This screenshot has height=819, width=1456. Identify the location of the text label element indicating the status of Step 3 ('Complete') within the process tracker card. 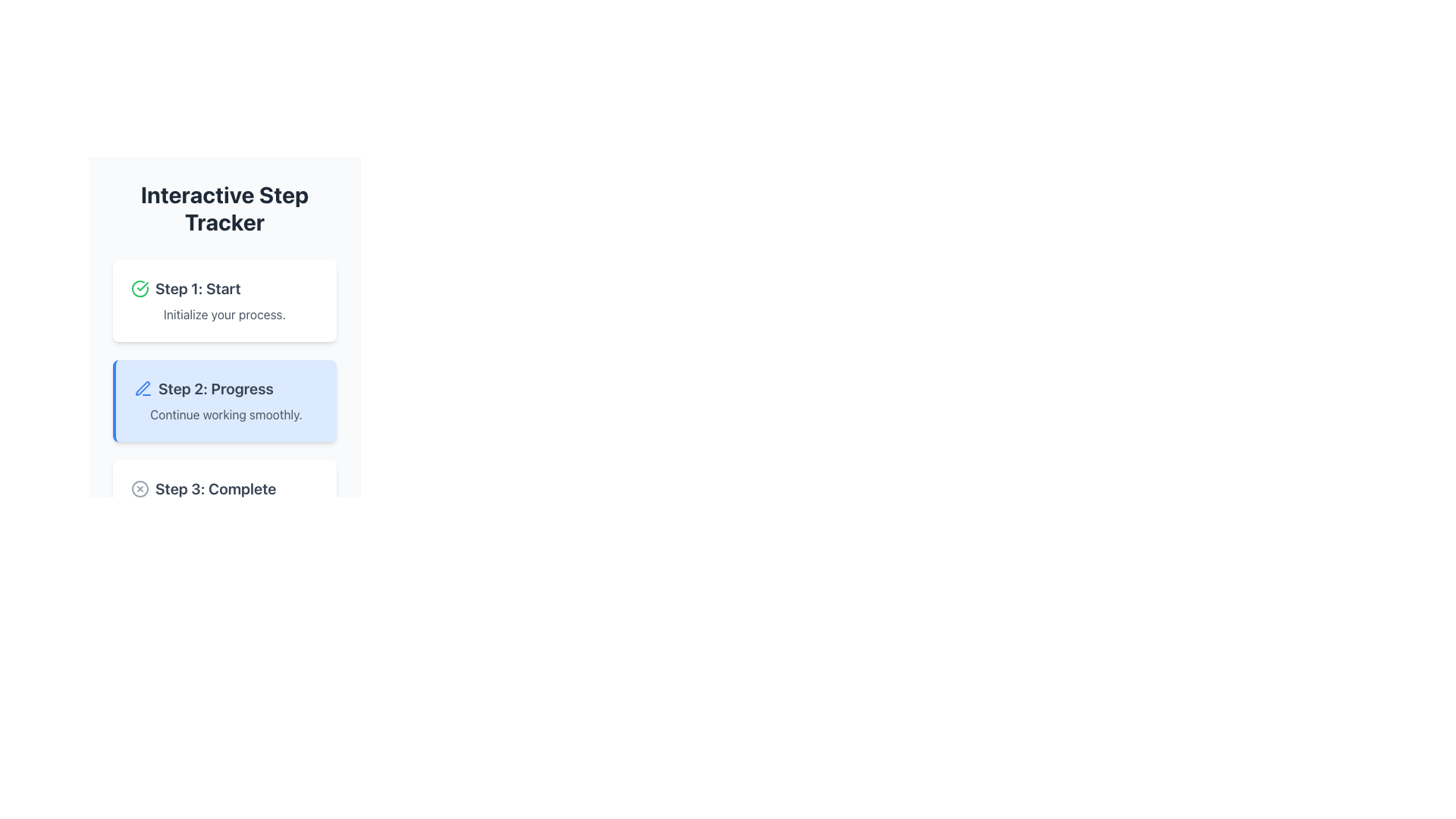
(224, 488).